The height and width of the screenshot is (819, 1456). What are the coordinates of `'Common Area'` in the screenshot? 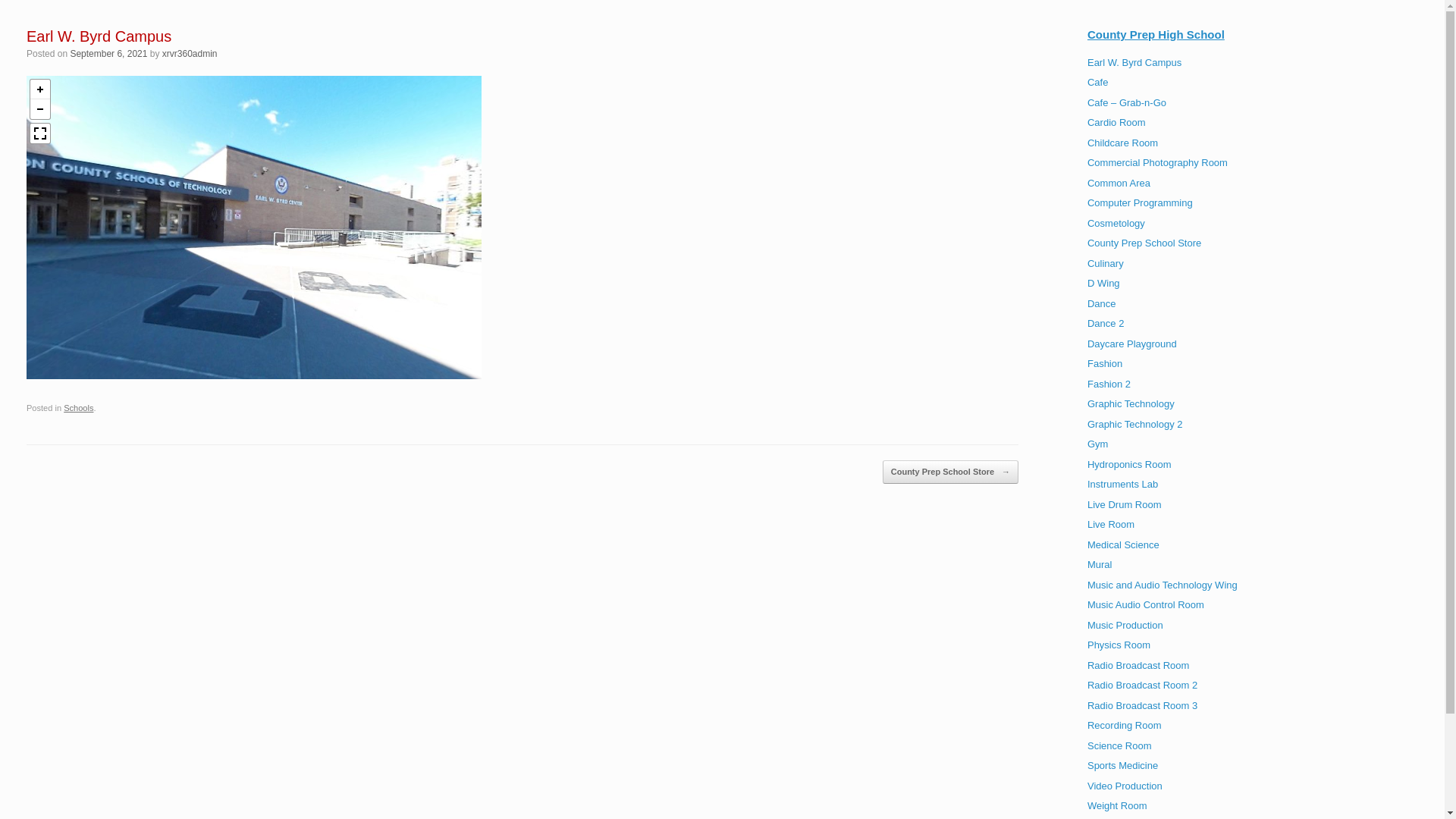 It's located at (1119, 182).